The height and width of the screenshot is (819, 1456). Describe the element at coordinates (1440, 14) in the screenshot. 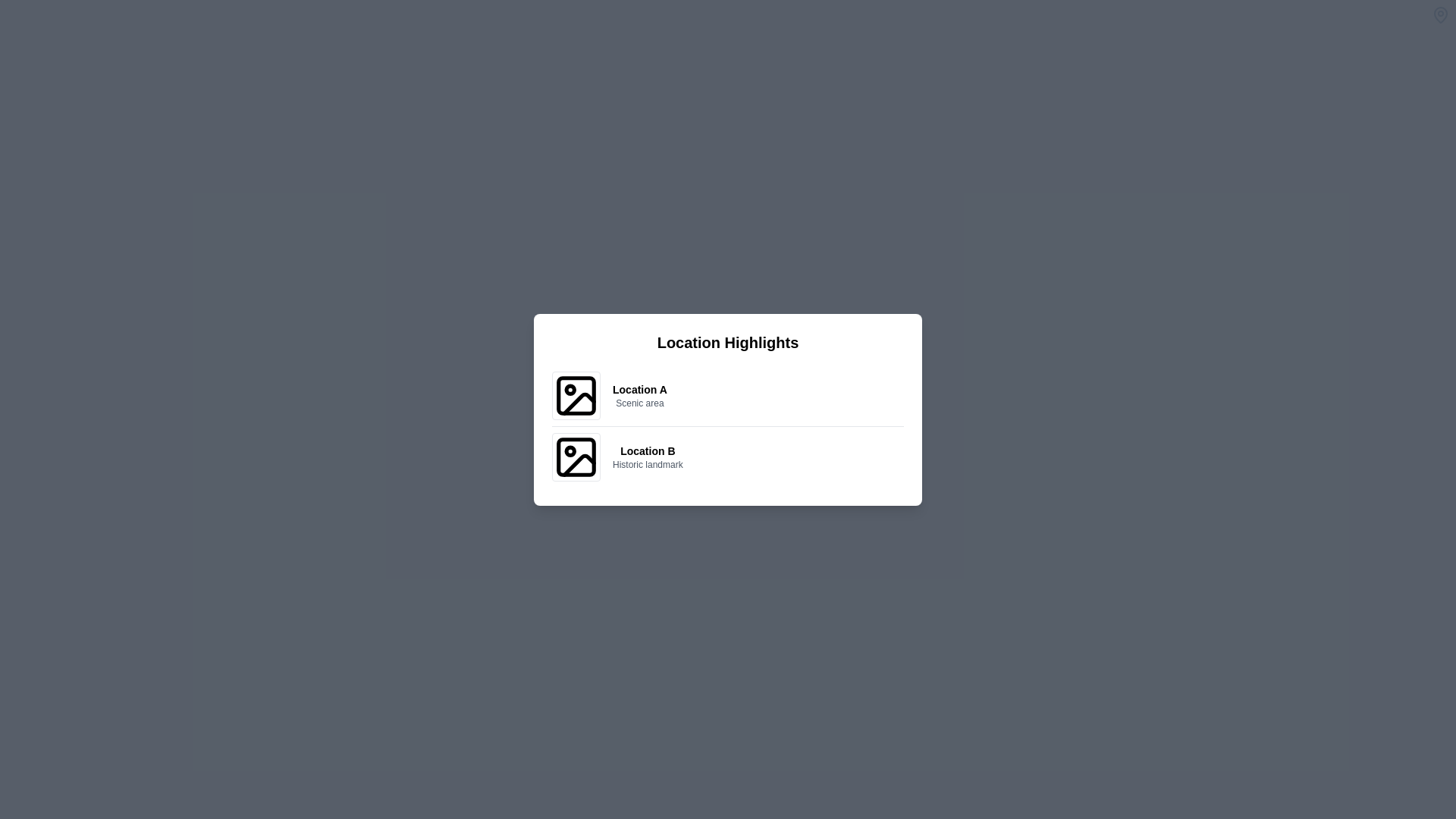

I see `the close button to hide the dialog` at that location.